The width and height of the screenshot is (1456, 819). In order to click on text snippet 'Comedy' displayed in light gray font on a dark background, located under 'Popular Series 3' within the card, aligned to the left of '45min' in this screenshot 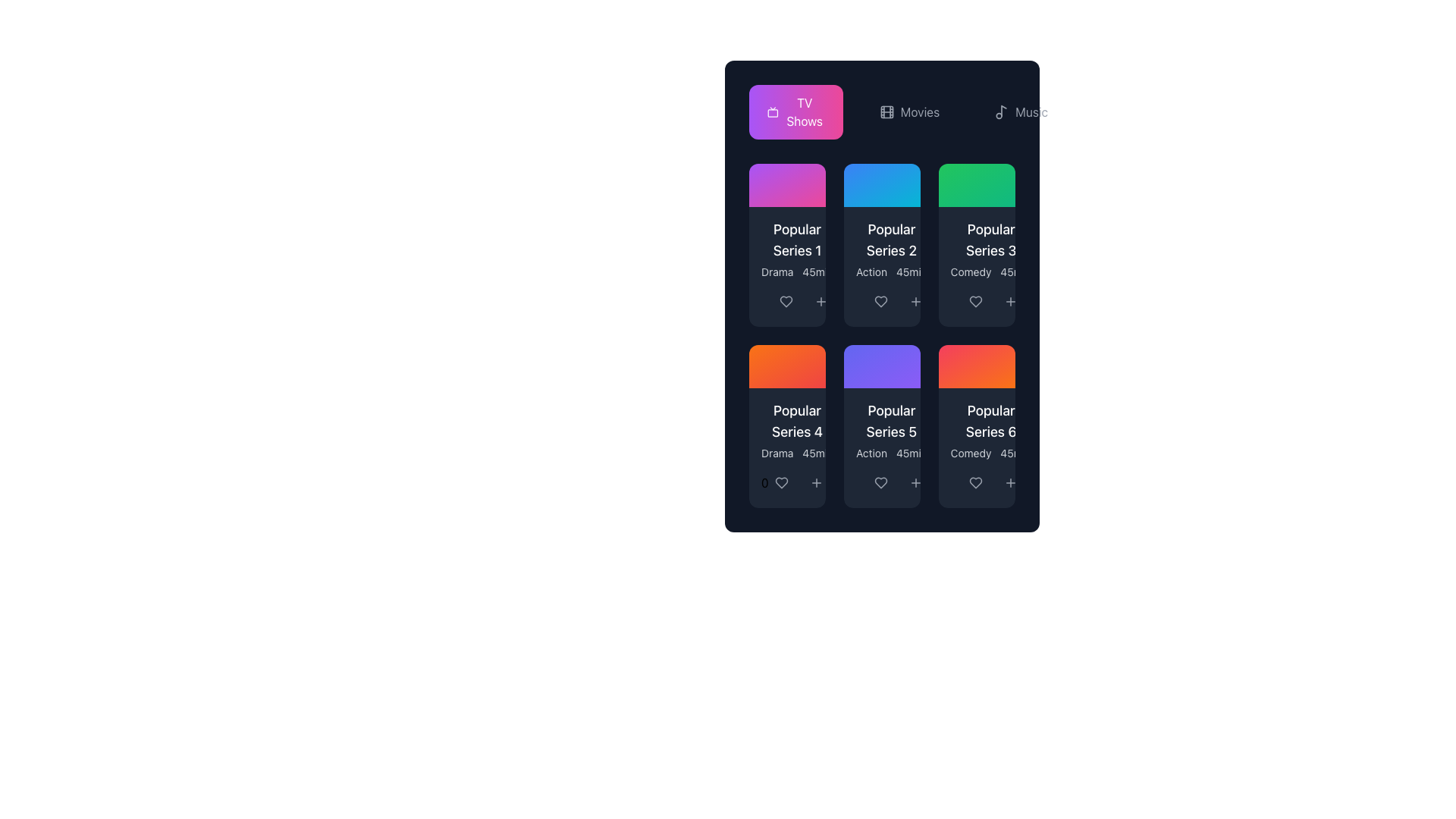, I will do `click(971, 271)`.